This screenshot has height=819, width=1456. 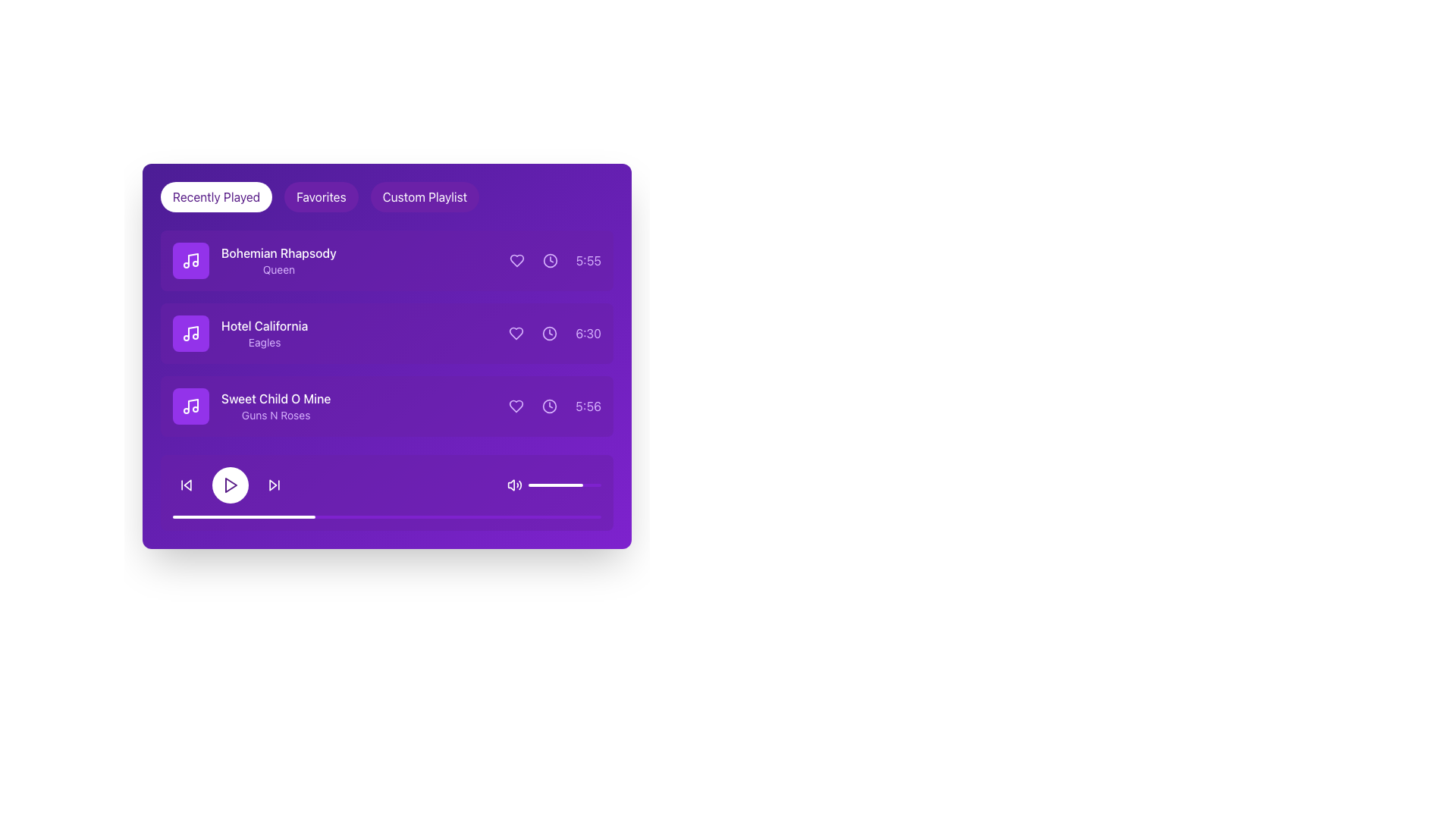 I want to click on the digital time display text label showing '6:30' in bold purple font, located on the second row of the list to the farthest right, so click(x=588, y=332).